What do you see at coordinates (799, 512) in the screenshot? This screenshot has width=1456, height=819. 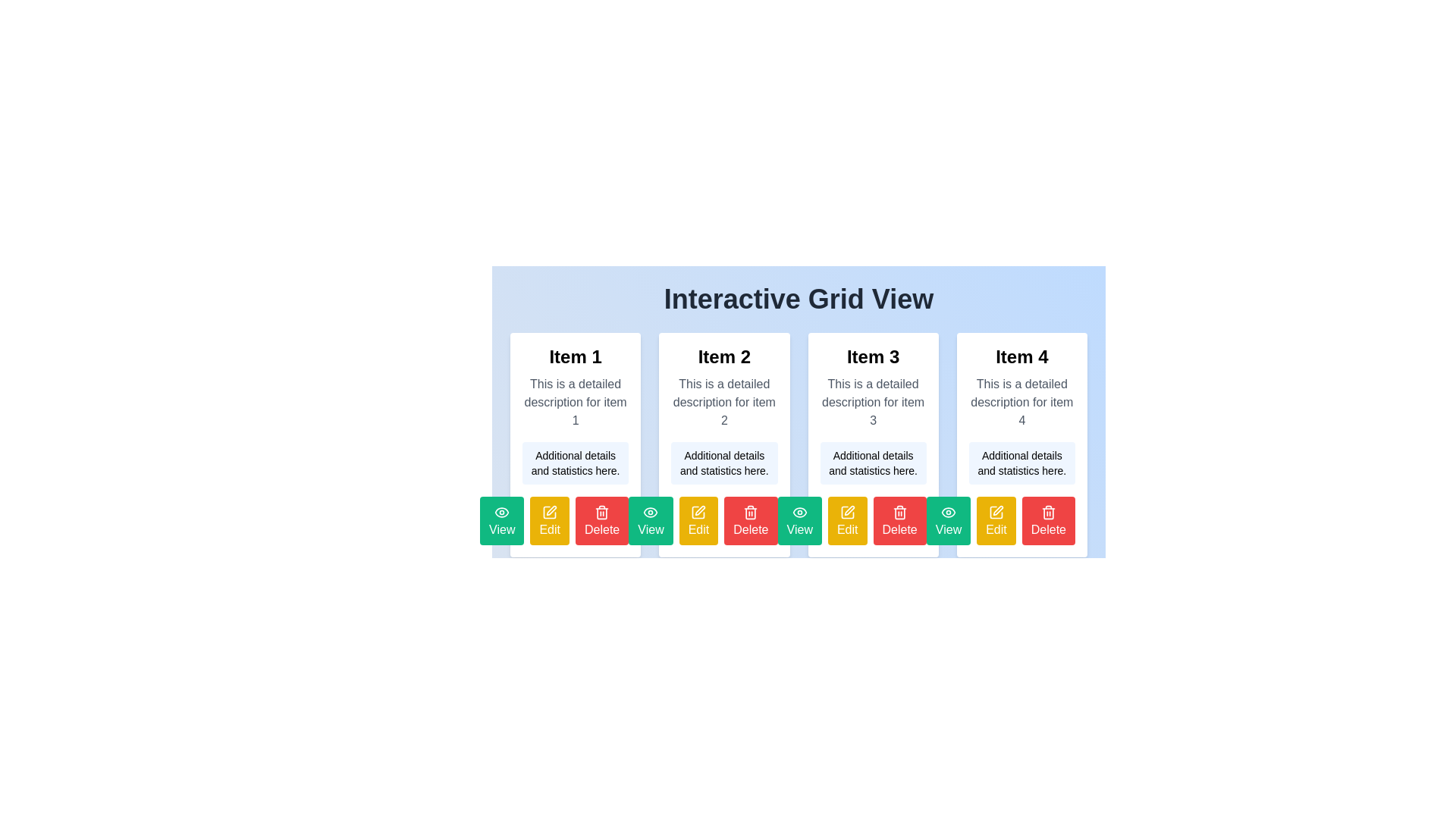 I see `the eye-shaped icon within the 'View' button located below 'Item 3'` at bounding box center [799, 512].